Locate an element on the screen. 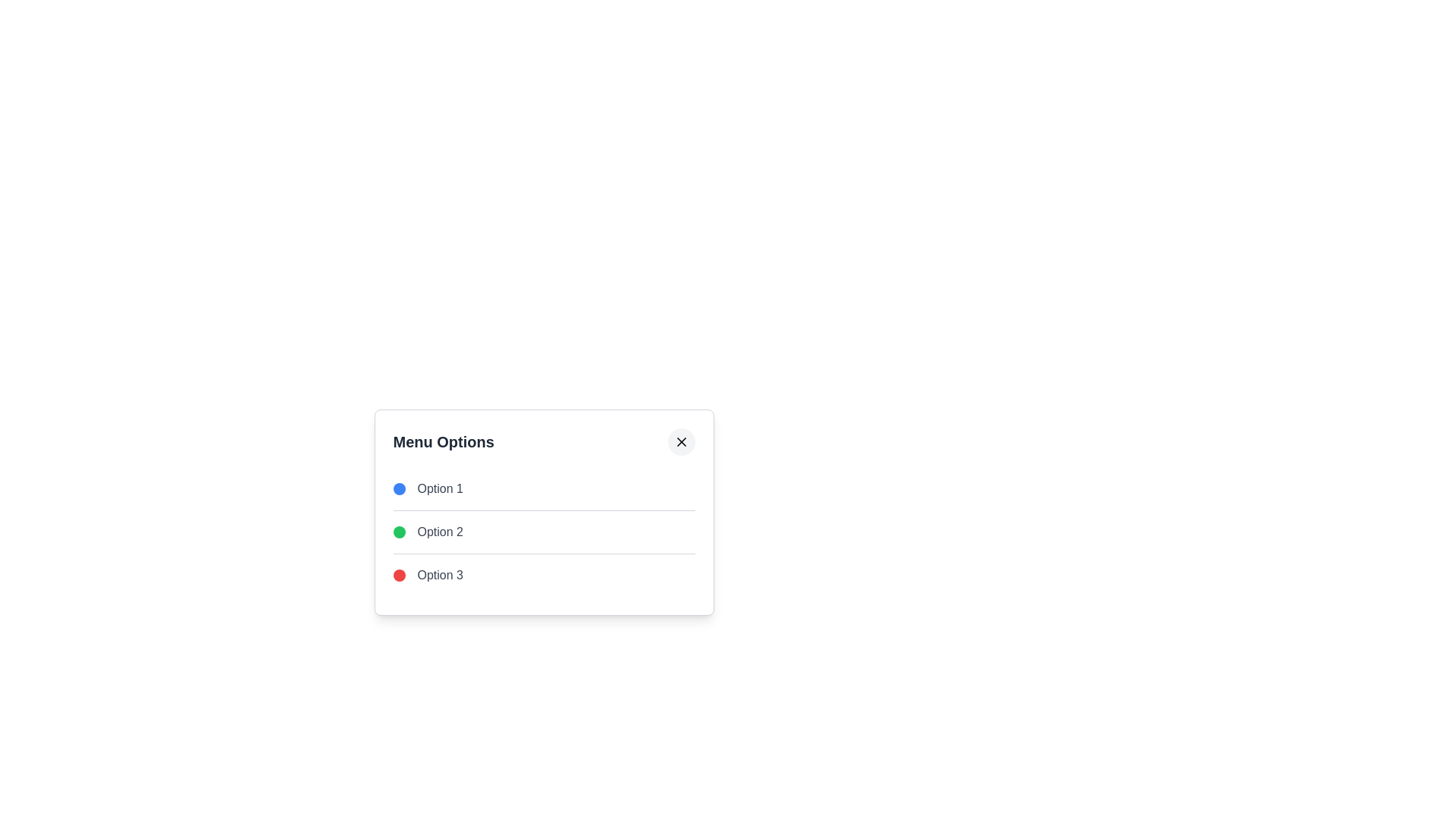 The height and width of the screenshot is (819, 1456). the text label for the second selectable option in the vertical menu located in the middle of the modal is located at coordinates (439, 532).